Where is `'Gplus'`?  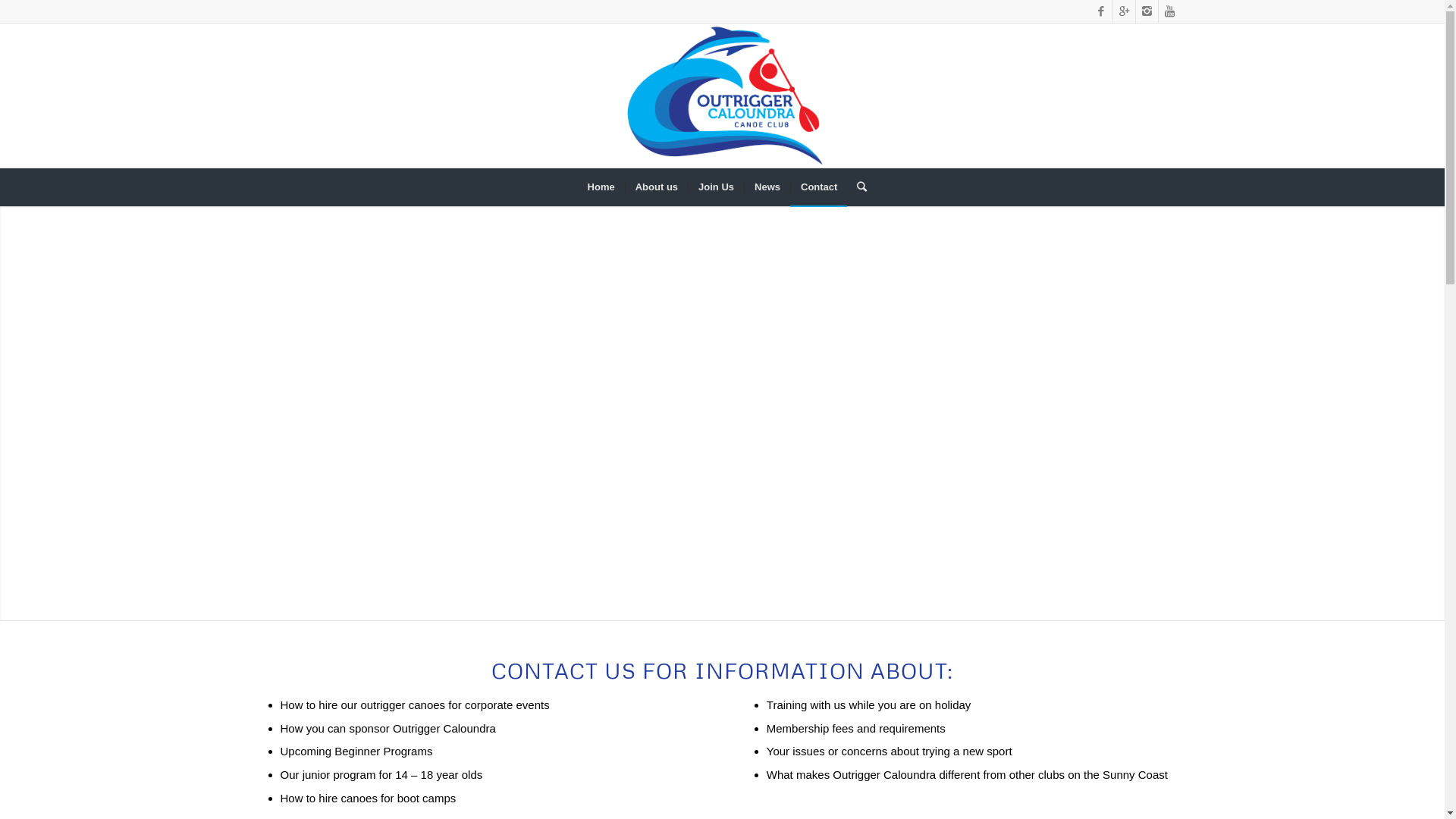
'Gplus' is located at coordinates (1124, 11).